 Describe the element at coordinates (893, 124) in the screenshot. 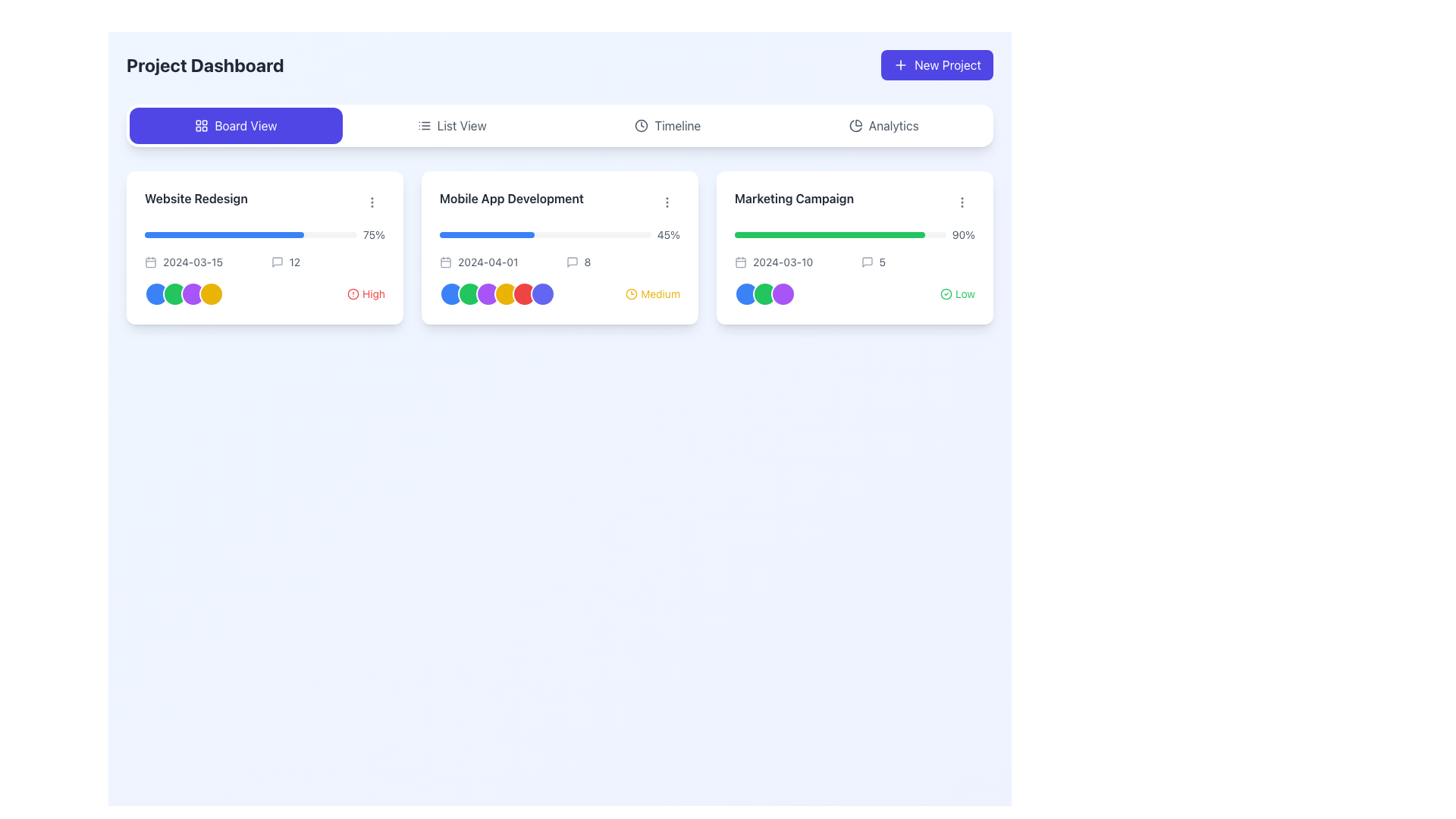

I see `the 'Analytics' text label in the top navigation bar` at that location.